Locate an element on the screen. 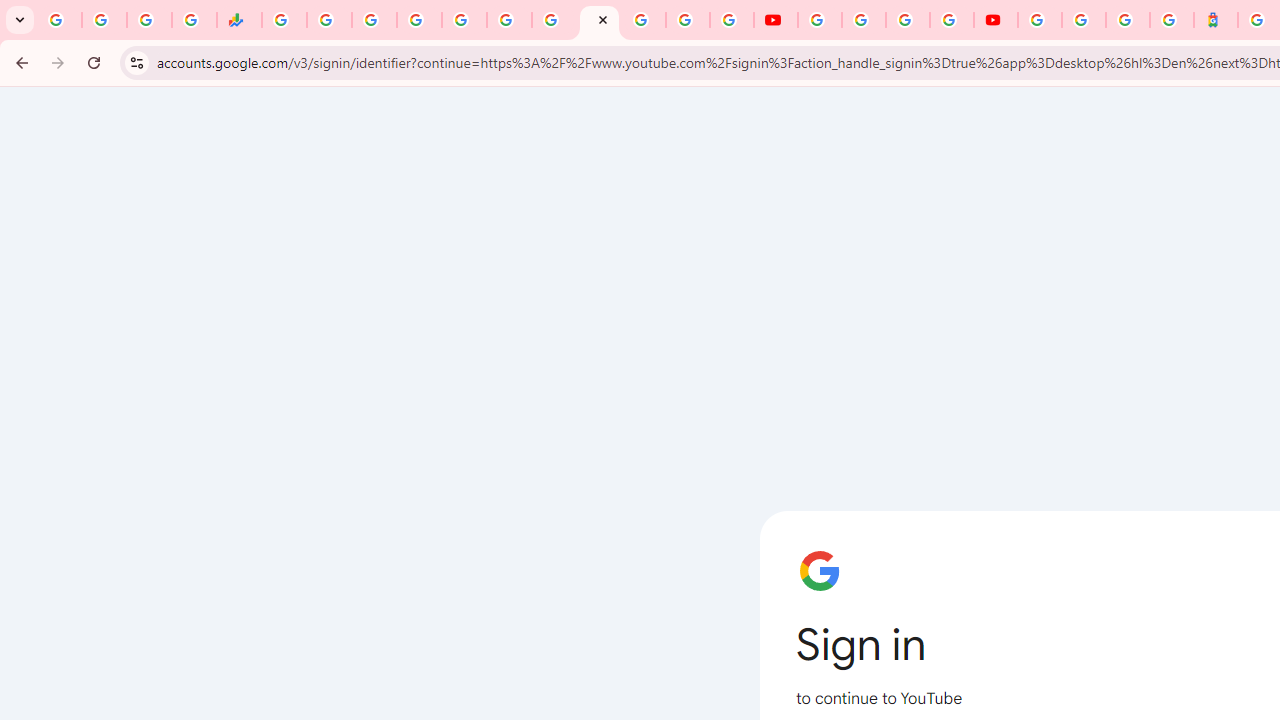  'Android TV Policies and Guidelines - Transparency Center' is located at coordinates (554, 20).